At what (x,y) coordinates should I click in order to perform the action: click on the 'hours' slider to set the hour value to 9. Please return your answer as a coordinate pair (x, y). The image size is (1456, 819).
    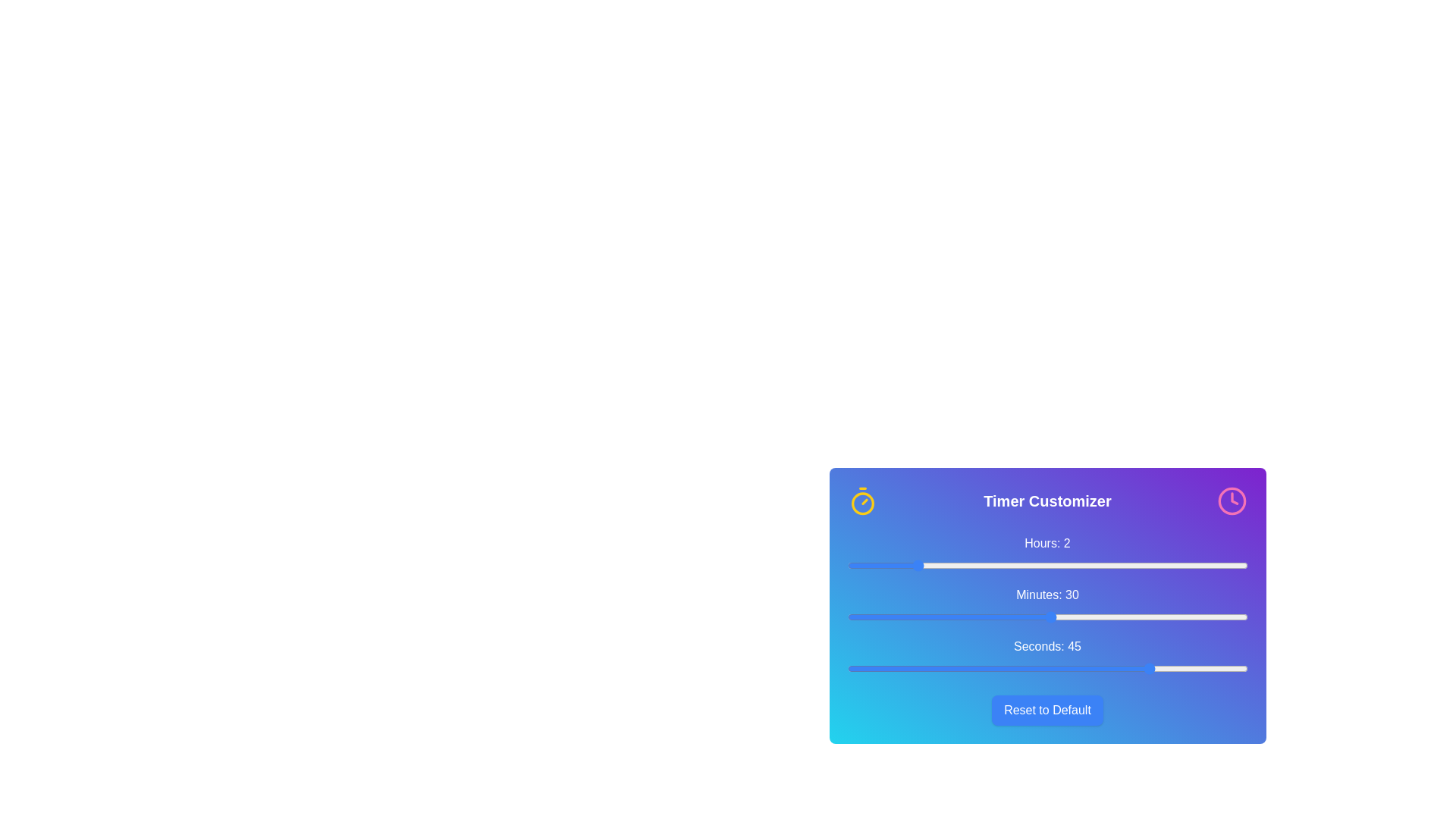
    Looking at the image, I should click on (1147, 565).